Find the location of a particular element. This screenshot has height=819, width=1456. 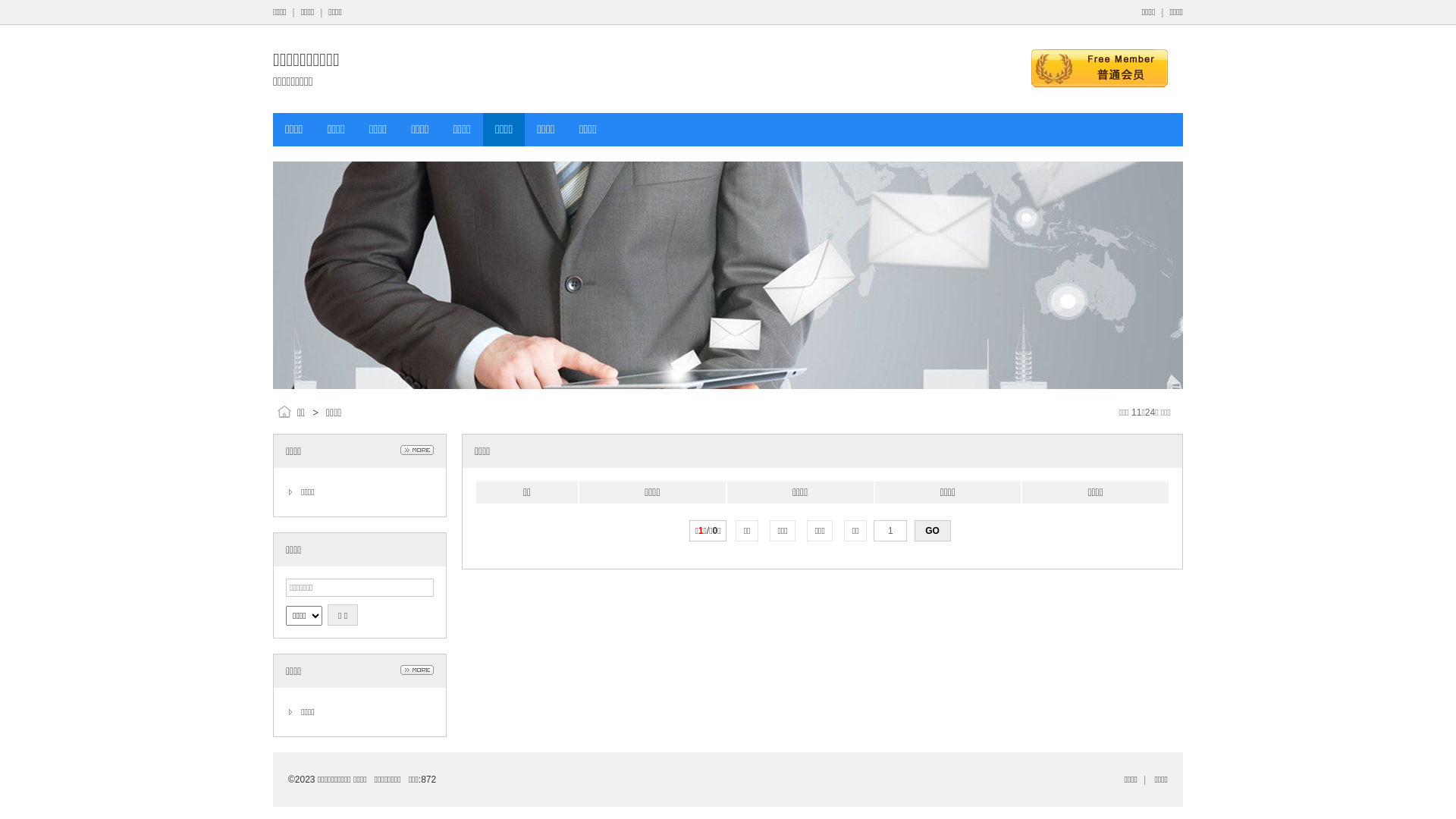

'GO' is located at coordinates (913, 529).